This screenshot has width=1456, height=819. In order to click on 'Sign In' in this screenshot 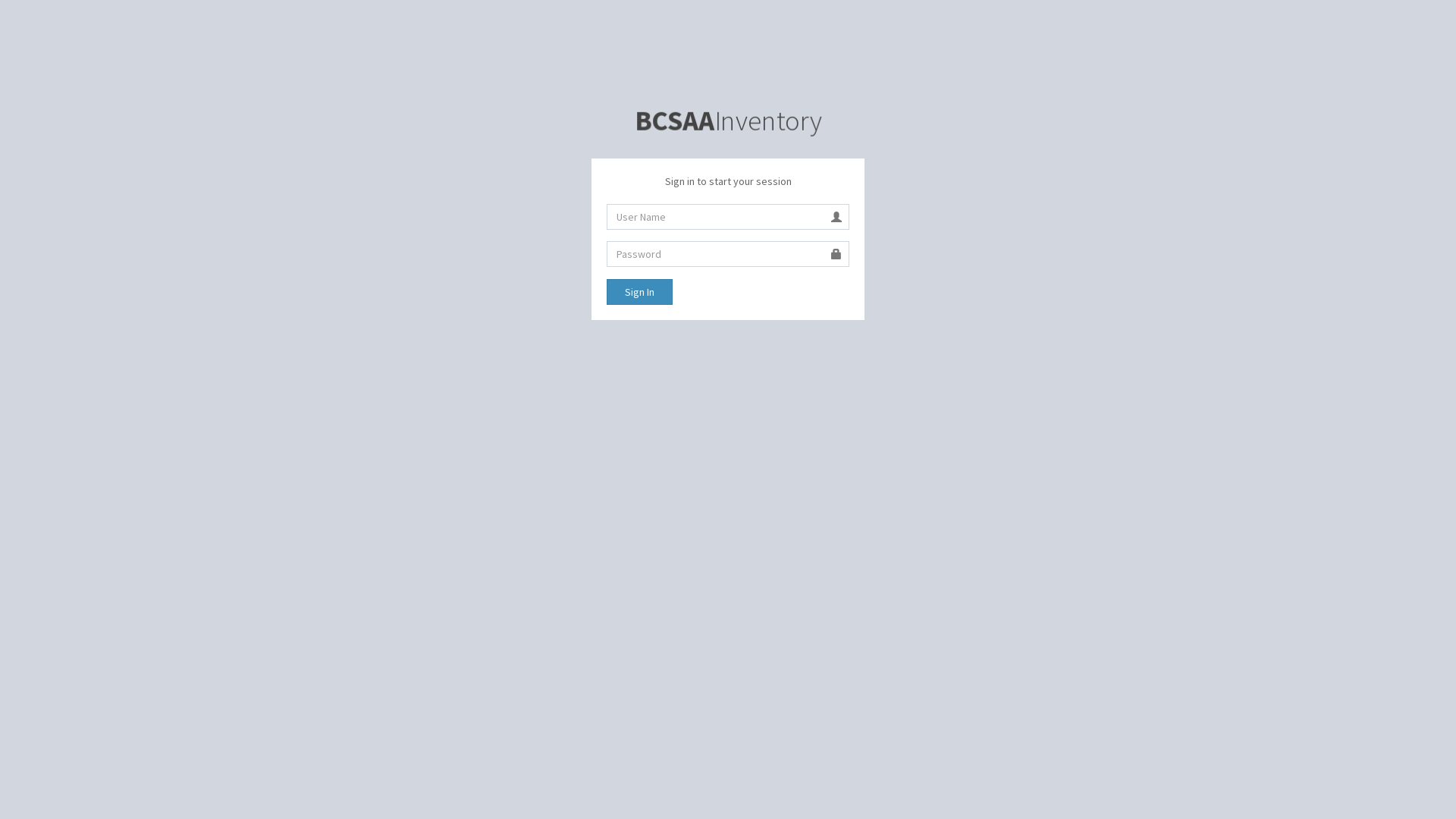, I will do `click(639, 292)`.